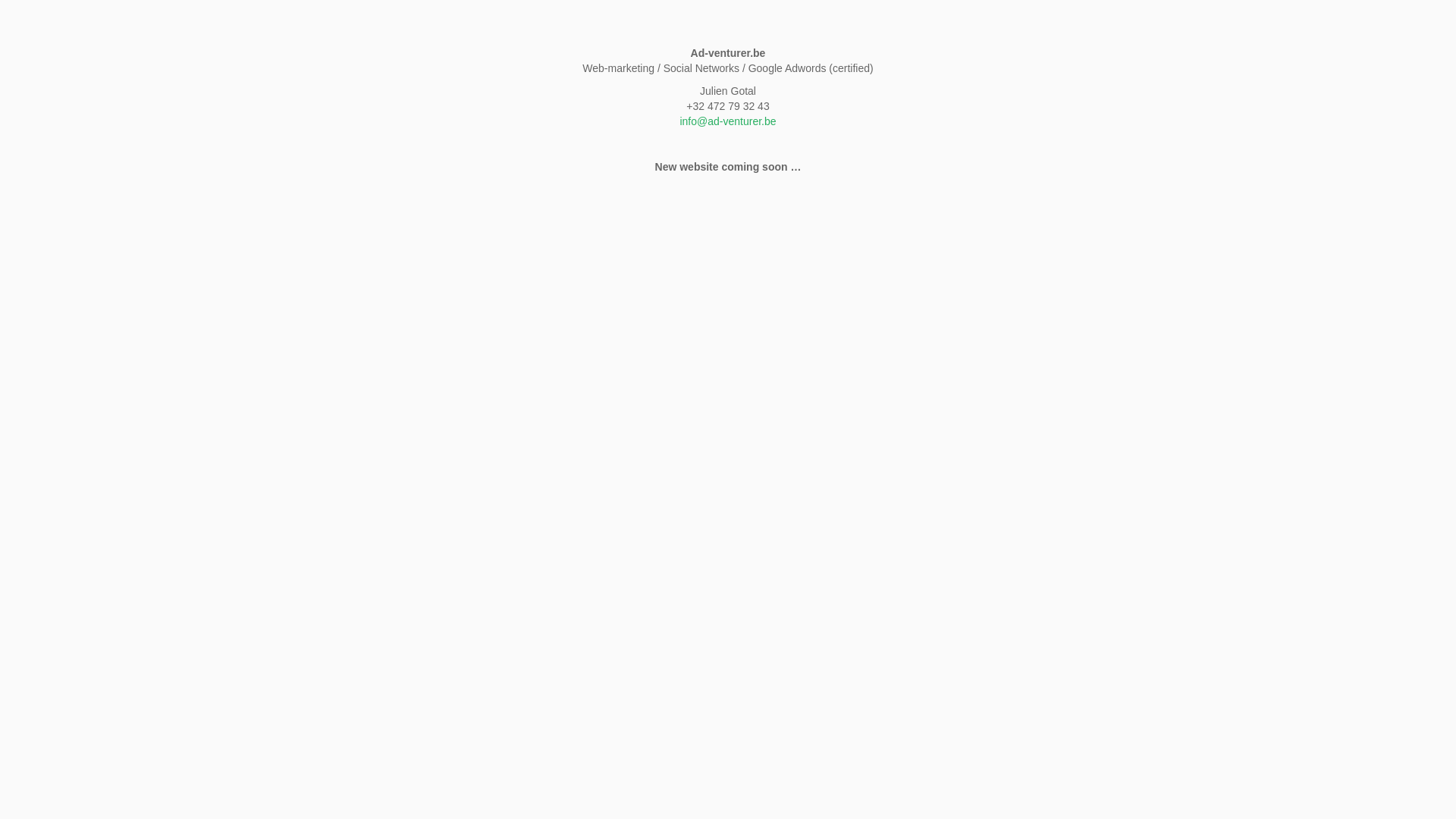  What do you see at coordinates (726, 120) in the screenshot?
I see `'info@ad-venturer.be'` at bounding box center [726, 120].